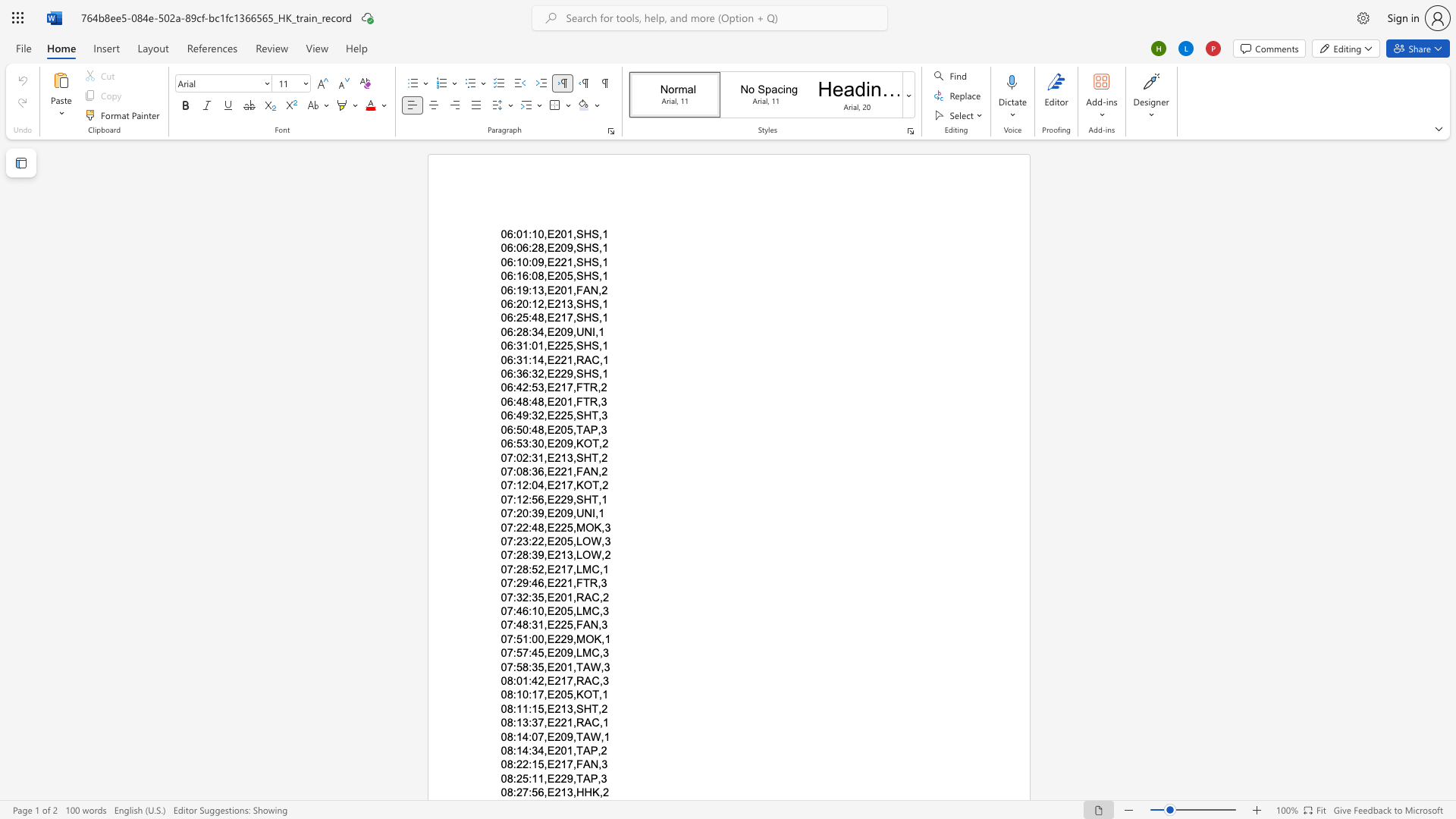 The height and width of the screenshot is (819, 1456). What do you see at coordinates (516, 582) in the screenshot?
I see `the subset text "29:46,E221,F" within the text "07:29:46,E221,FTR,3"` at bounding box center [516, 582].